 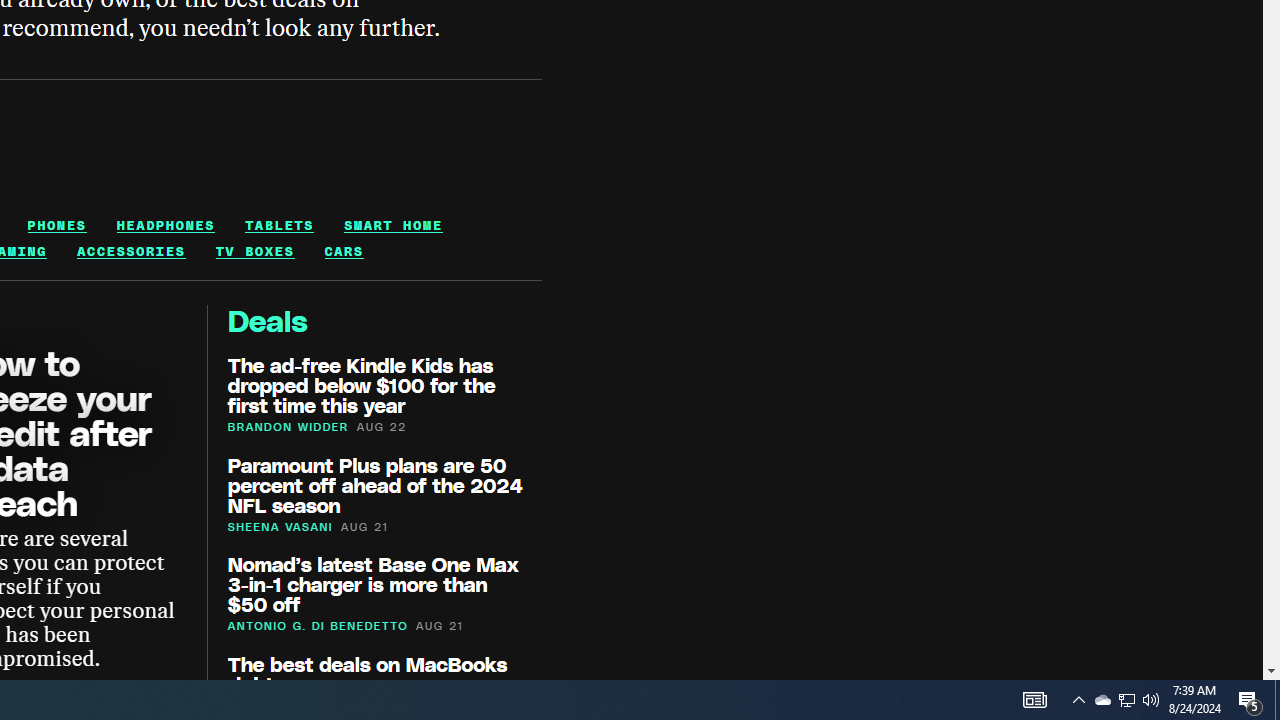 What do you see at coordinates (56, 225) in the screenshot?
I see `'PHONES'` at bounding box center [56, 225].